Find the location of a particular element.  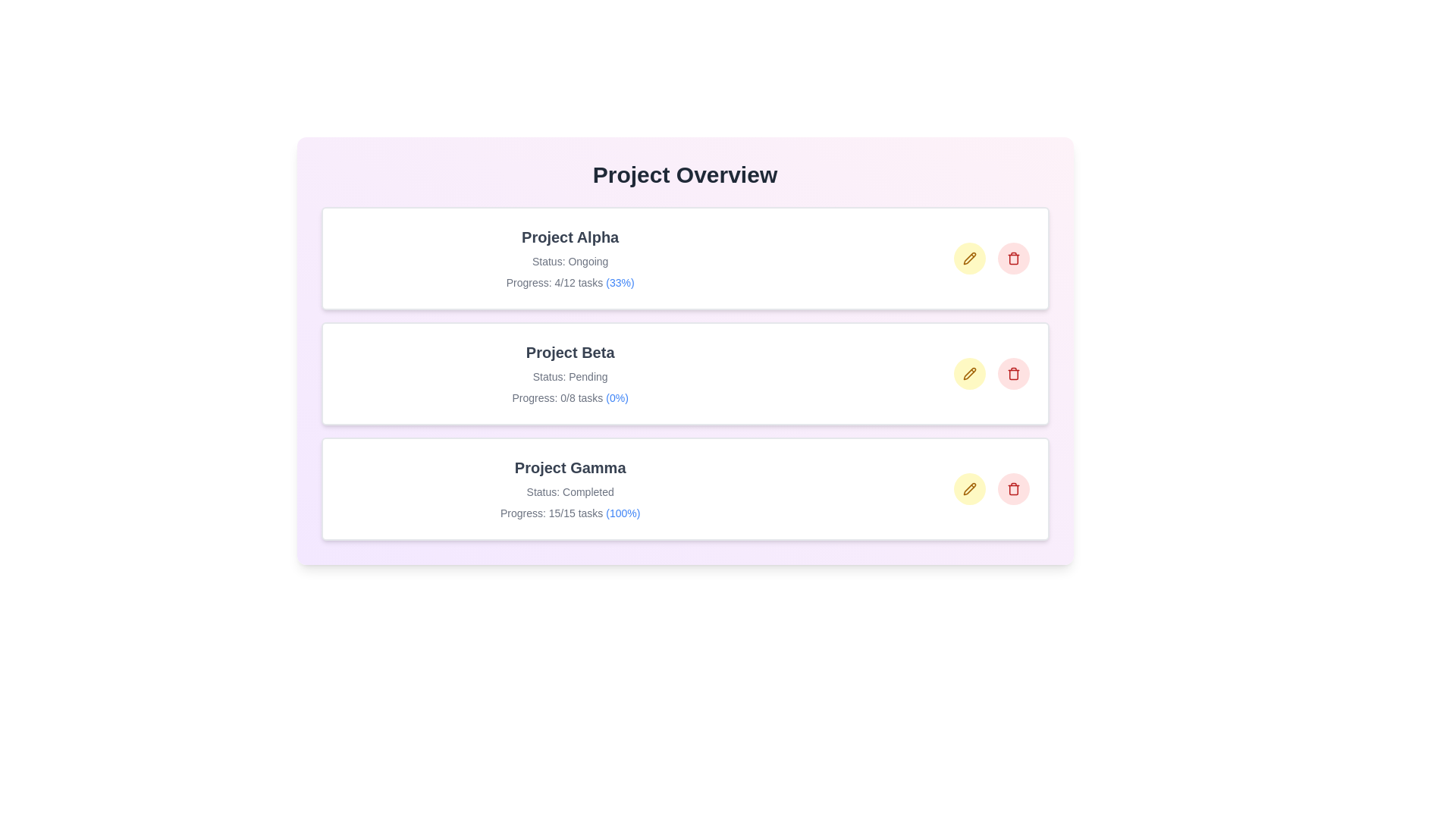

edit icon for the project identified by Project Alpha is located at coordinates (968, 257).